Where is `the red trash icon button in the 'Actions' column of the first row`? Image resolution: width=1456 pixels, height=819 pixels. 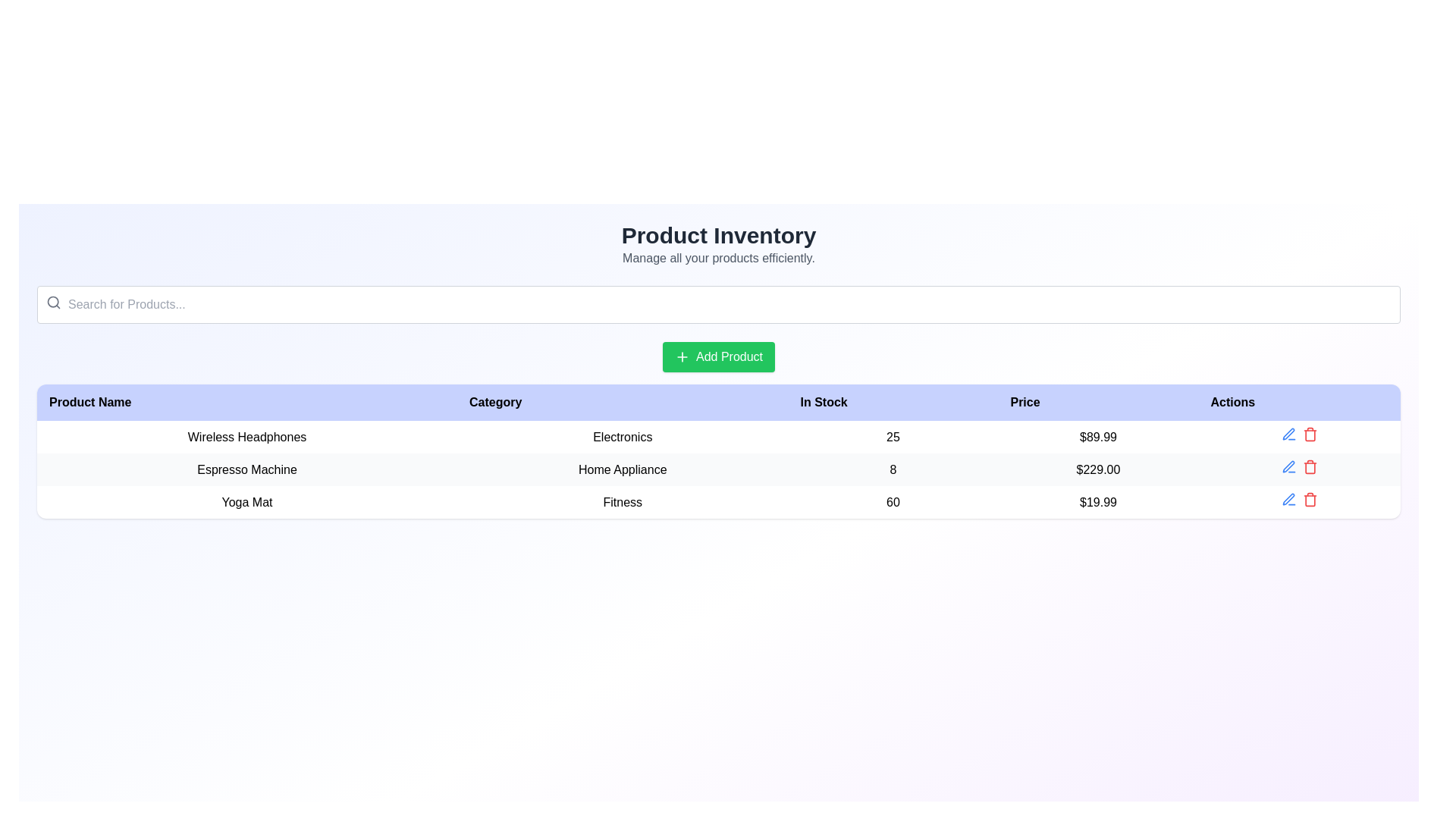 the red trash icon button in the 'Actions' column of the first row is located at coordinates (1309, 435).